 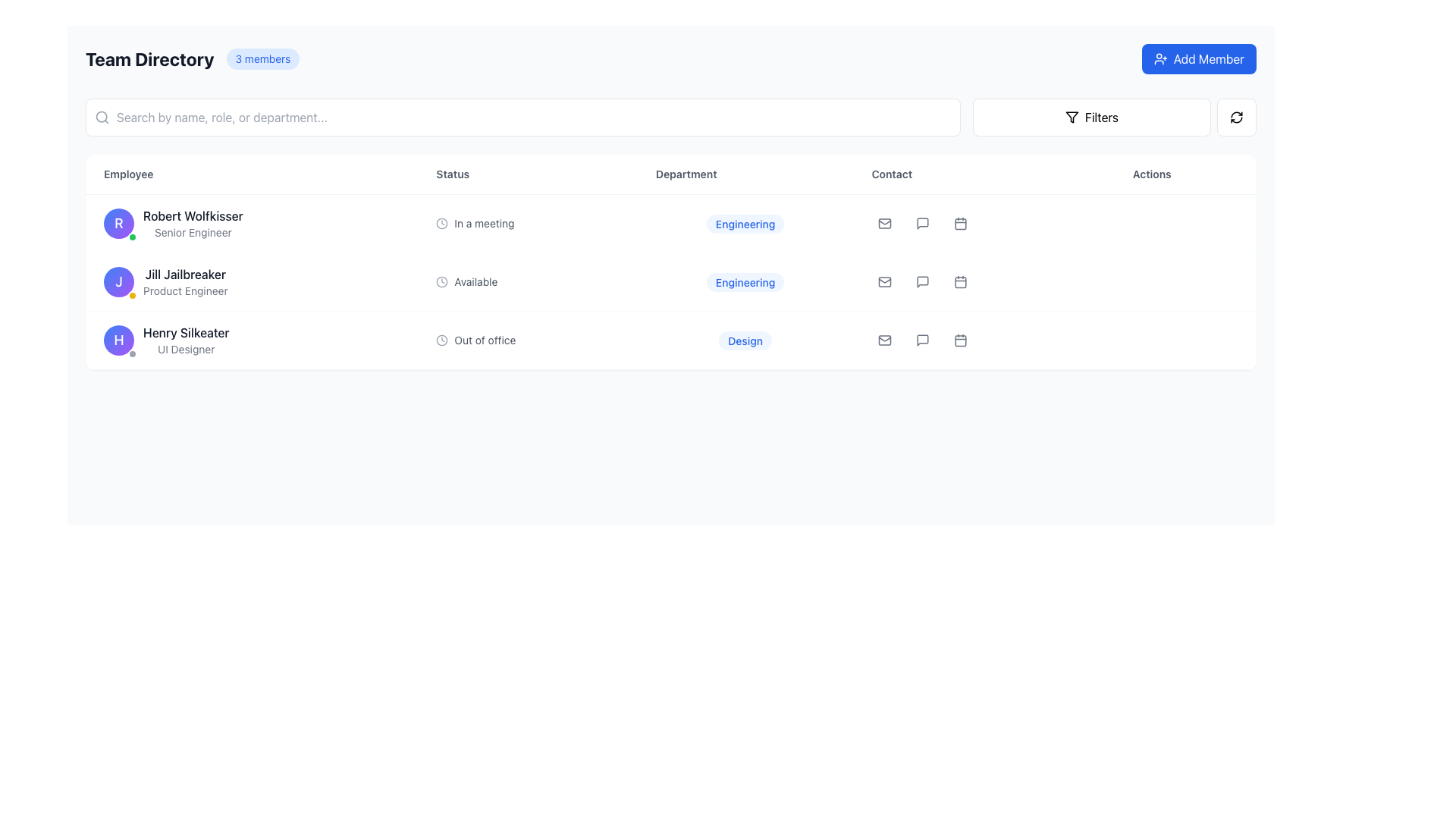 I want to click on the square button with a circular arrow icon, which symbolizes a refresh action, located on the right side of the top filter section to refresh data, so click(x=1237, y=116).